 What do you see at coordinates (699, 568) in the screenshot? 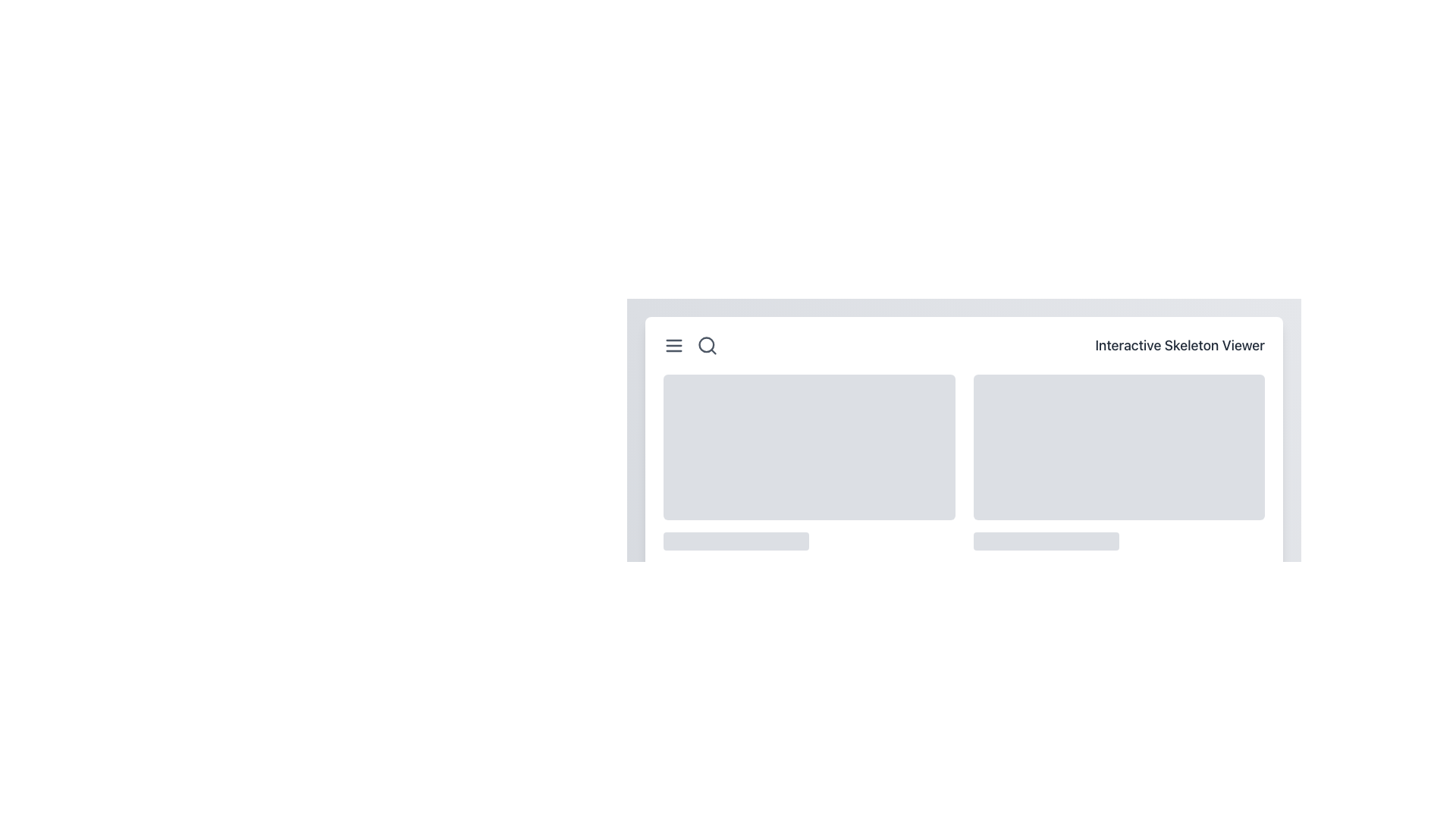
I see `the non-interactive placeholder bar, which is a short horizontal bar with rounded edges and light gray color, located below a larger gray bar` at bounding box center [699, 568].